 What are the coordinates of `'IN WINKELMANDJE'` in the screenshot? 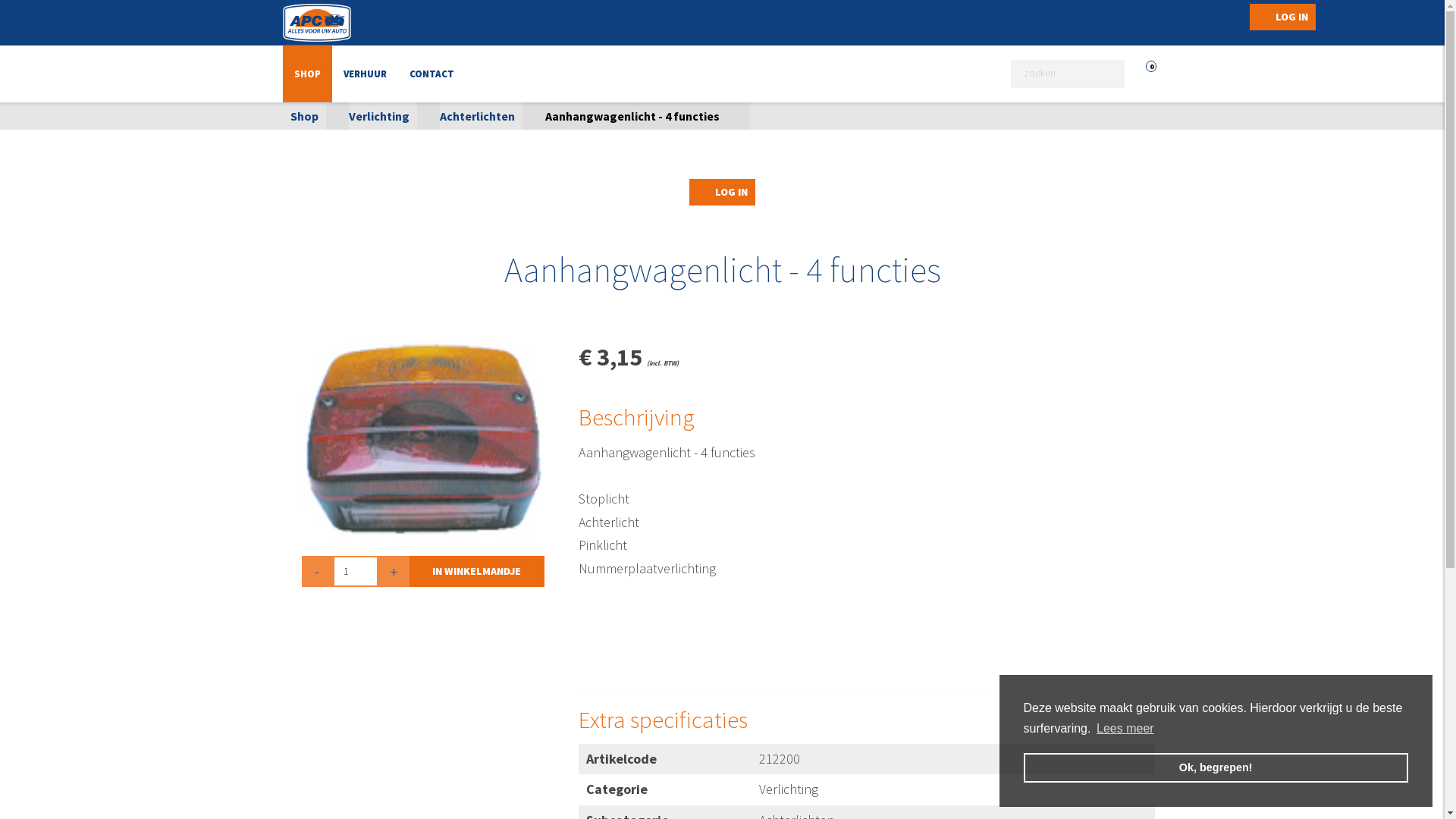 It's located at (475, 571).